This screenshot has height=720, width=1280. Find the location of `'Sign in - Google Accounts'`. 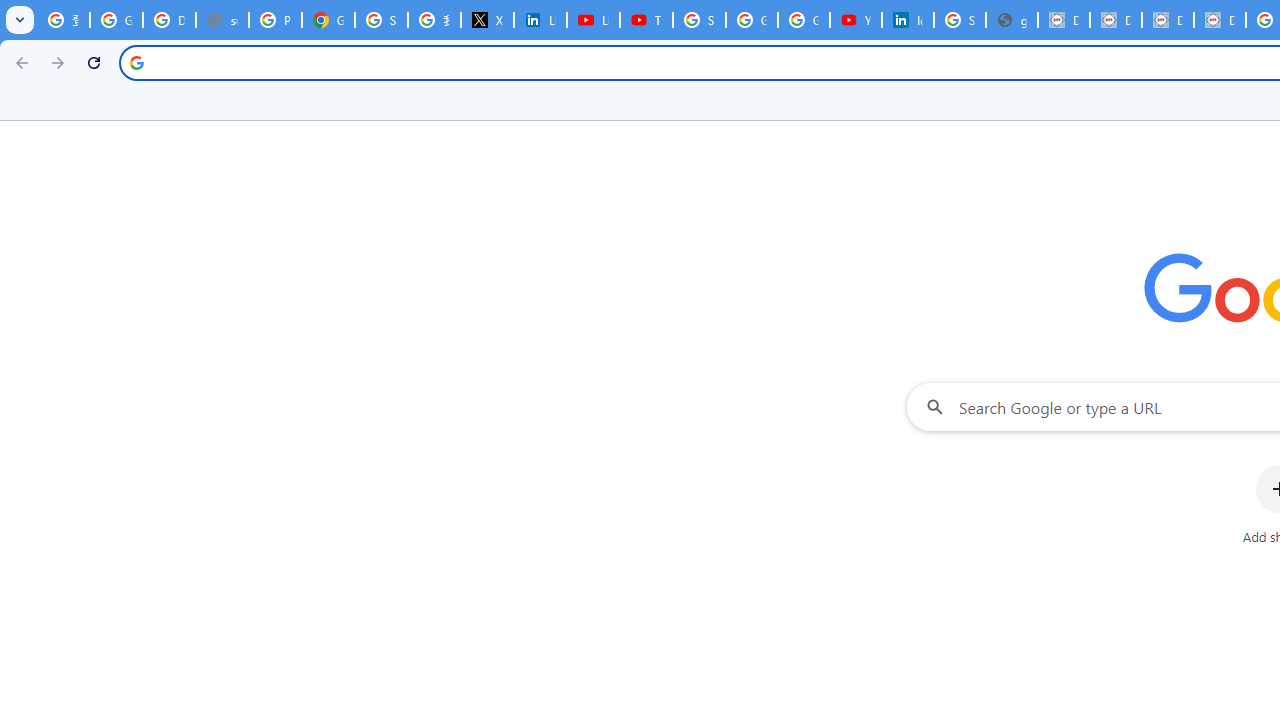

'Sign in - Google Accounts' is located at coordinates (699, 20).